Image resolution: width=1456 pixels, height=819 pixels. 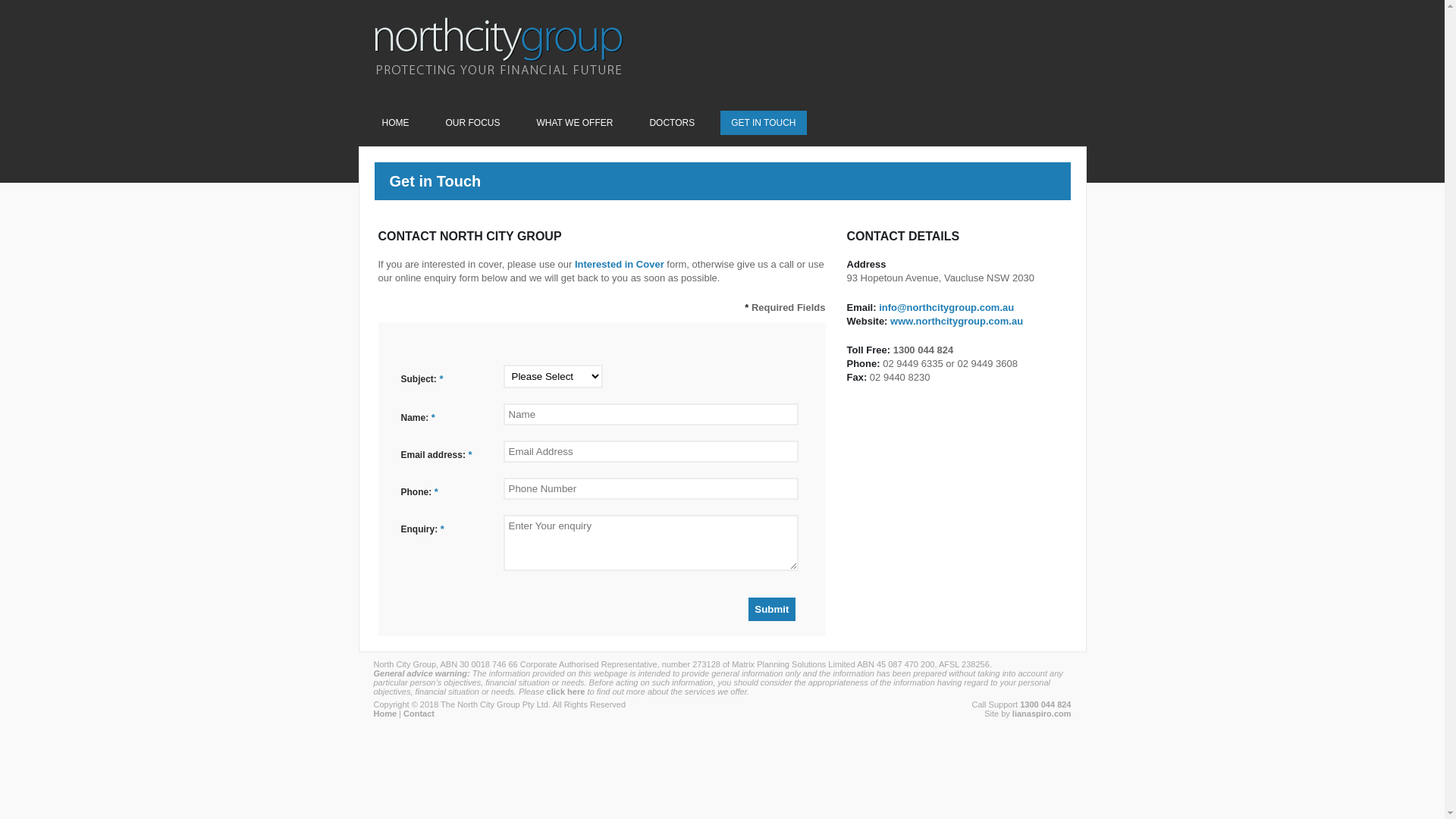 I want to click on 'WHAT WE OFFER', so click(x=574, y=122).